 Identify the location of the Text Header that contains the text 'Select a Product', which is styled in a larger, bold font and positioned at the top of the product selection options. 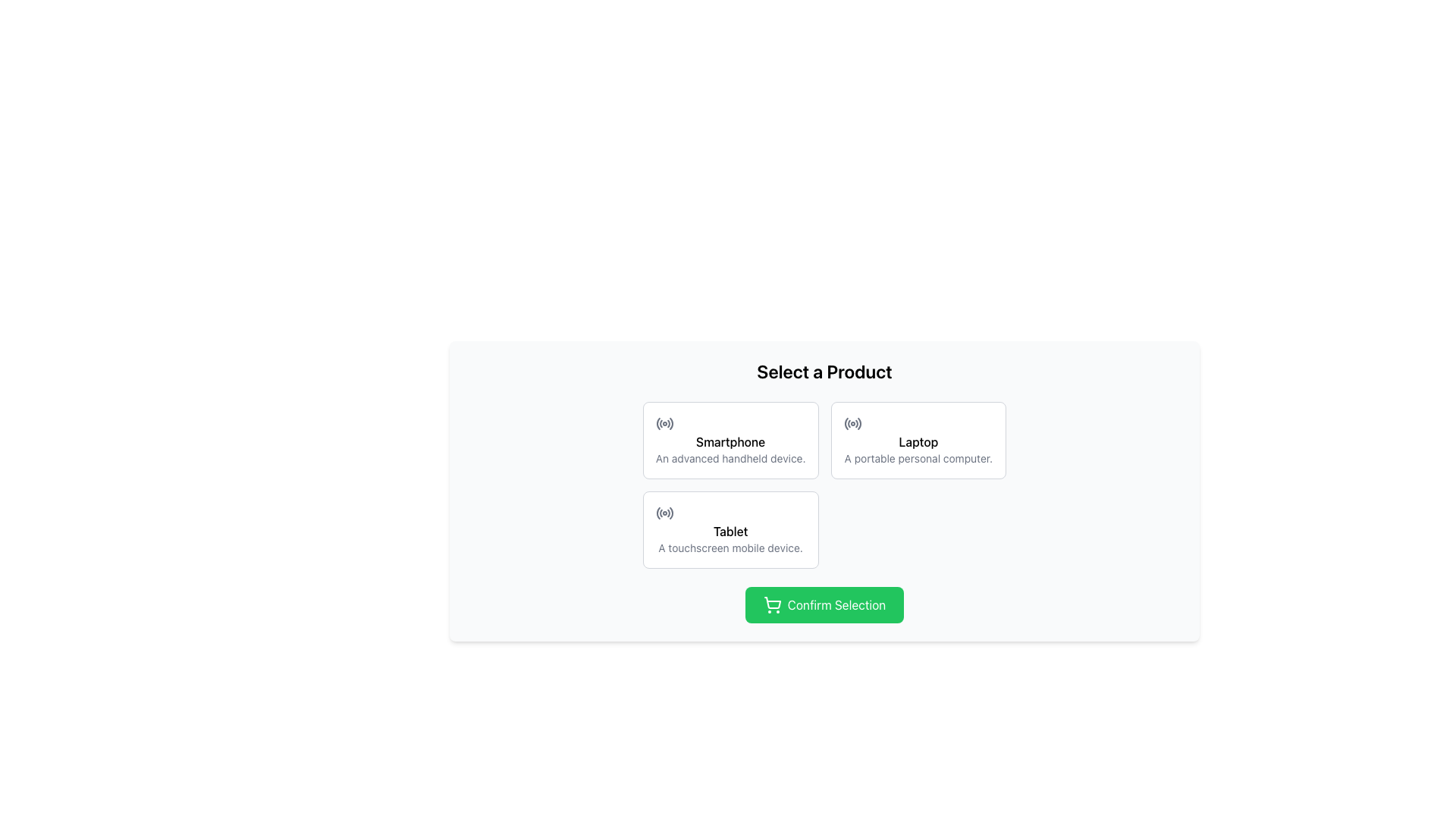
(824, 371).